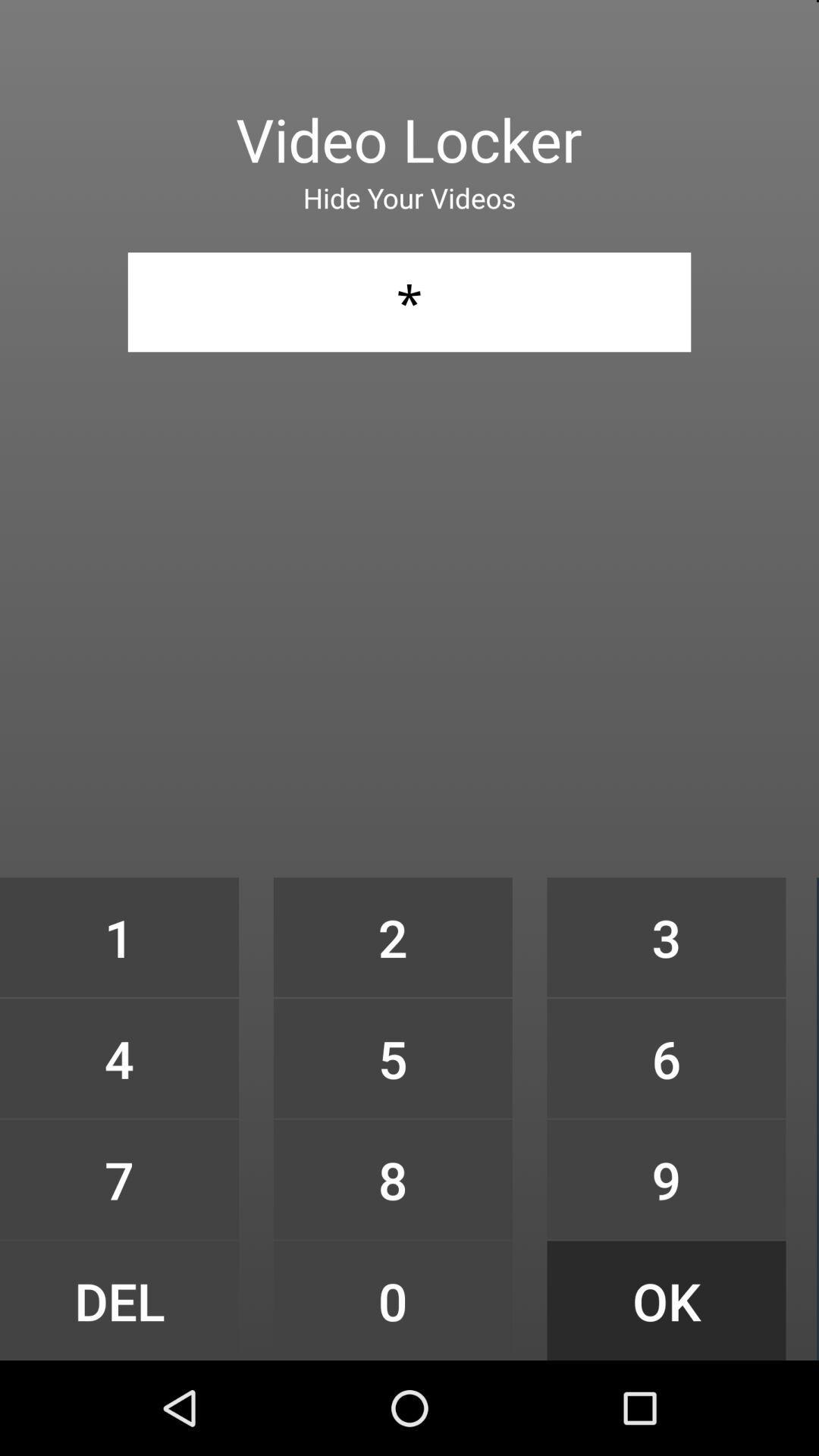 The height and width of the screenshot is (1456, 819). What do you see at coordinates (118, 1178) in the screenshot?
I see `icon to the left of the 5` at bounding box center [118, 1178].